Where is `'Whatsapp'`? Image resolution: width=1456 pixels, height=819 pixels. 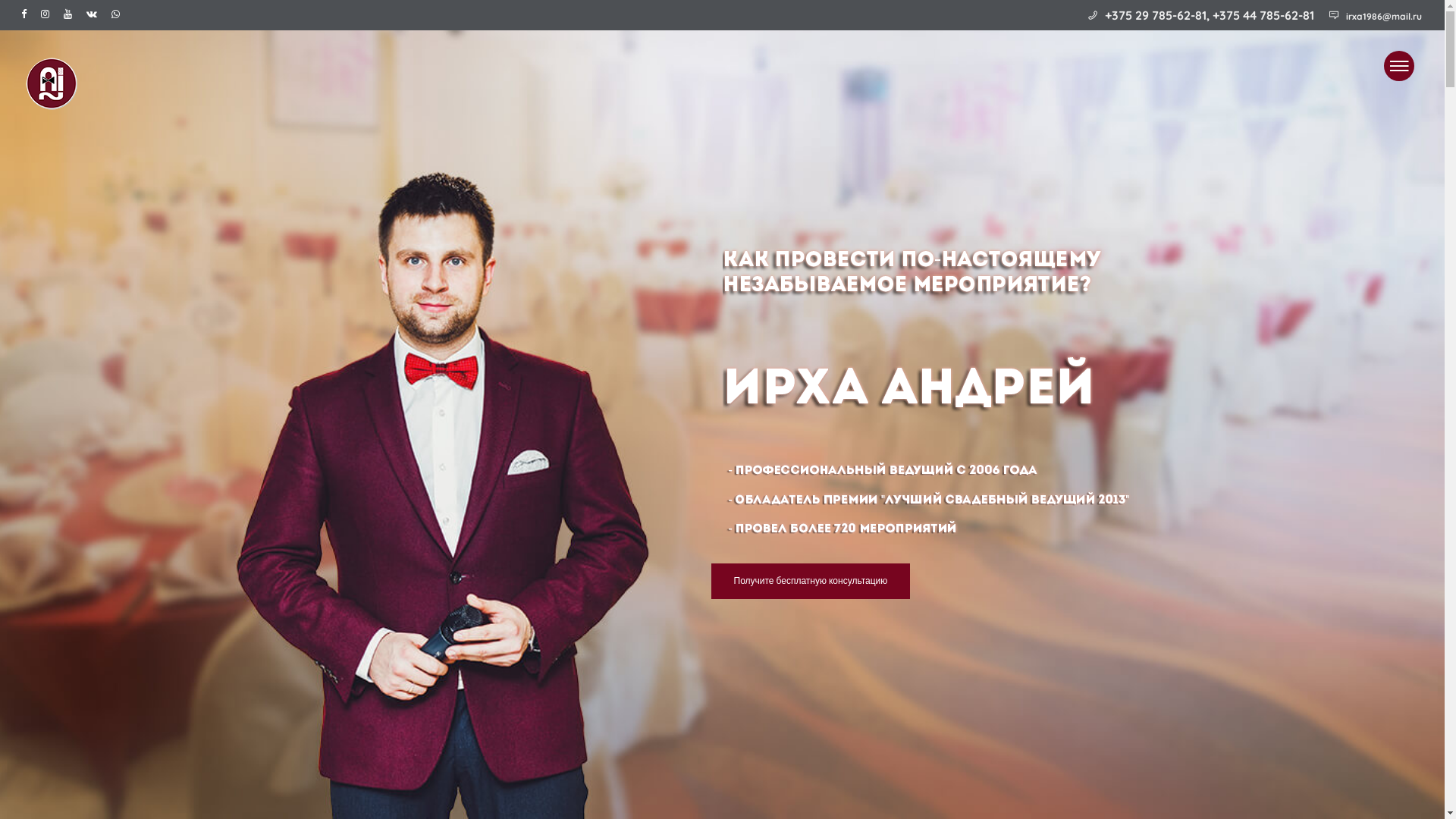
'Whatsapp' is located at coordinates (118, 13).